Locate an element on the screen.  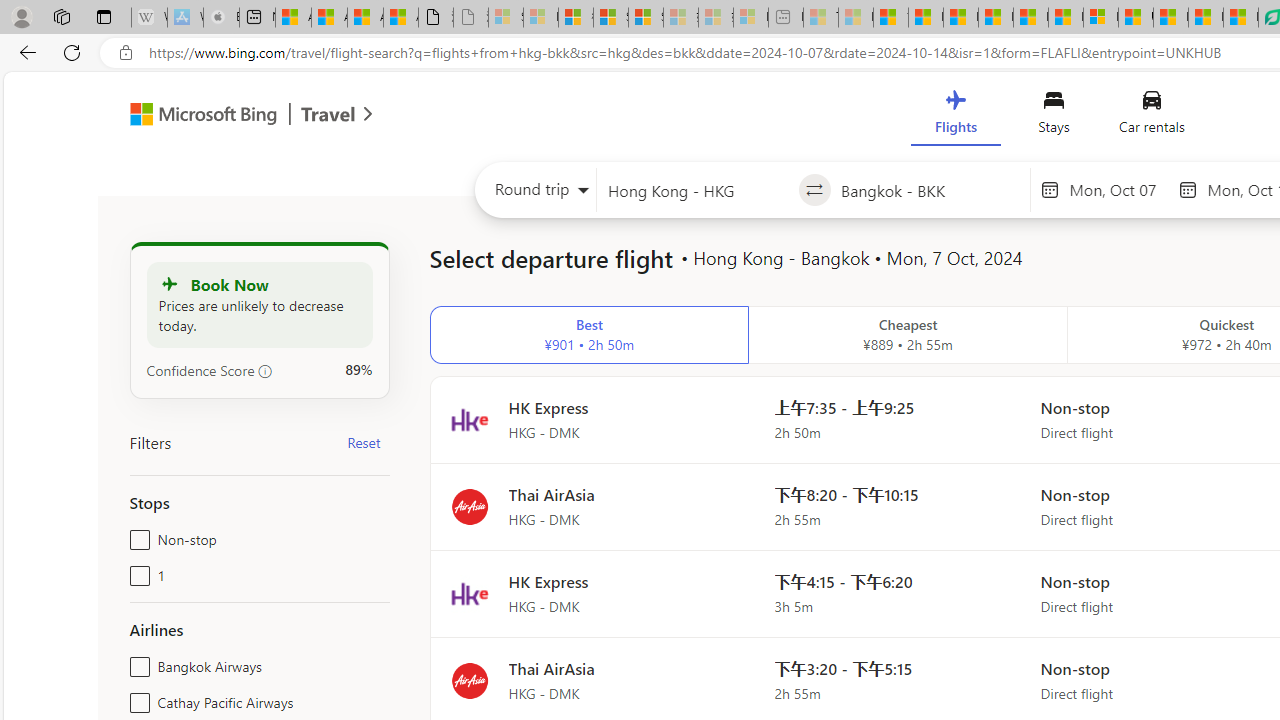
'Aberdeen, Hong Kong SAR severe weather | Microsoft Weather' is located at coordinates (400, 17).